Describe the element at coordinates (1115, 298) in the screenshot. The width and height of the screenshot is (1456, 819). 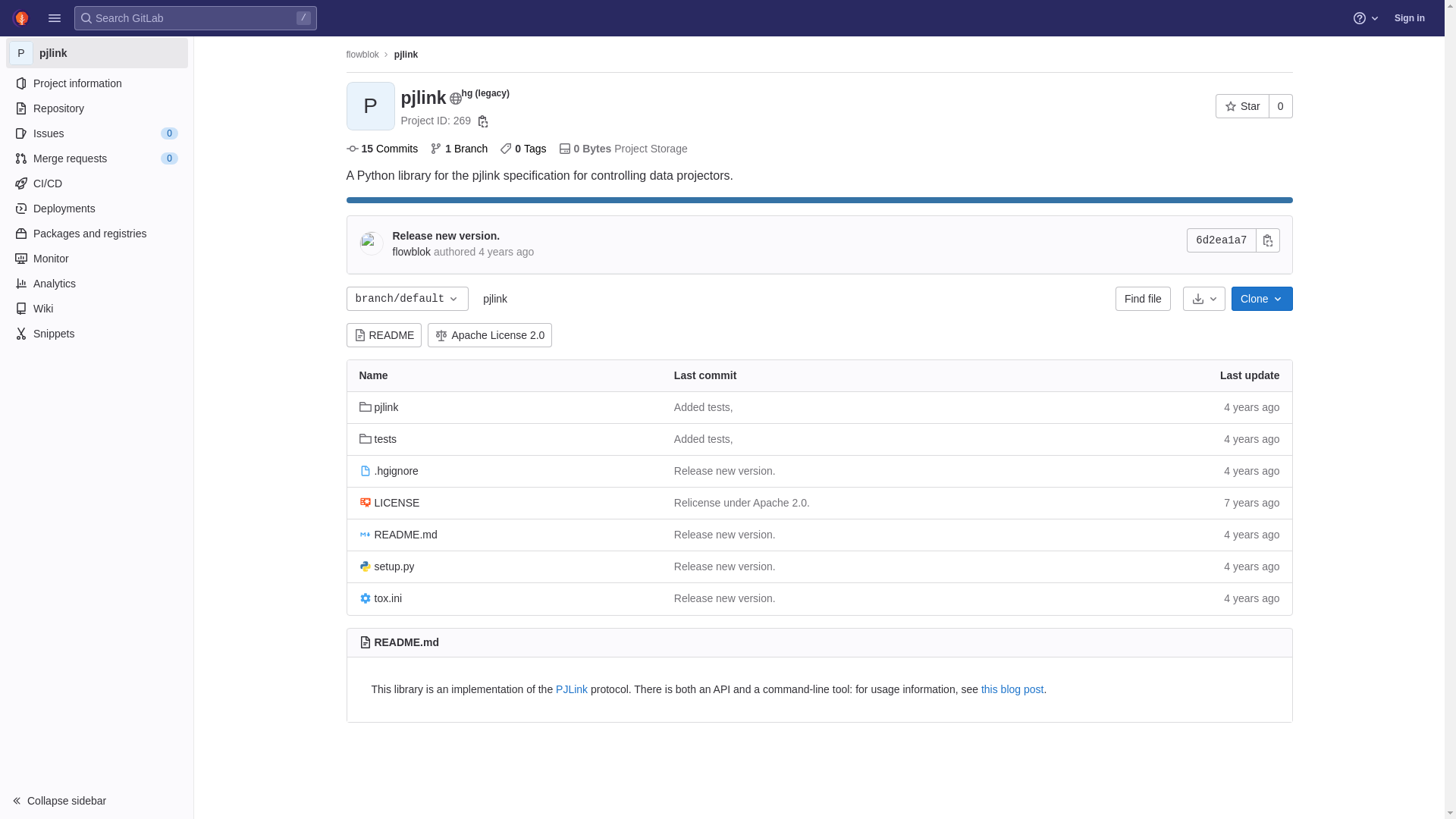
I see `'Find file'` at that location.